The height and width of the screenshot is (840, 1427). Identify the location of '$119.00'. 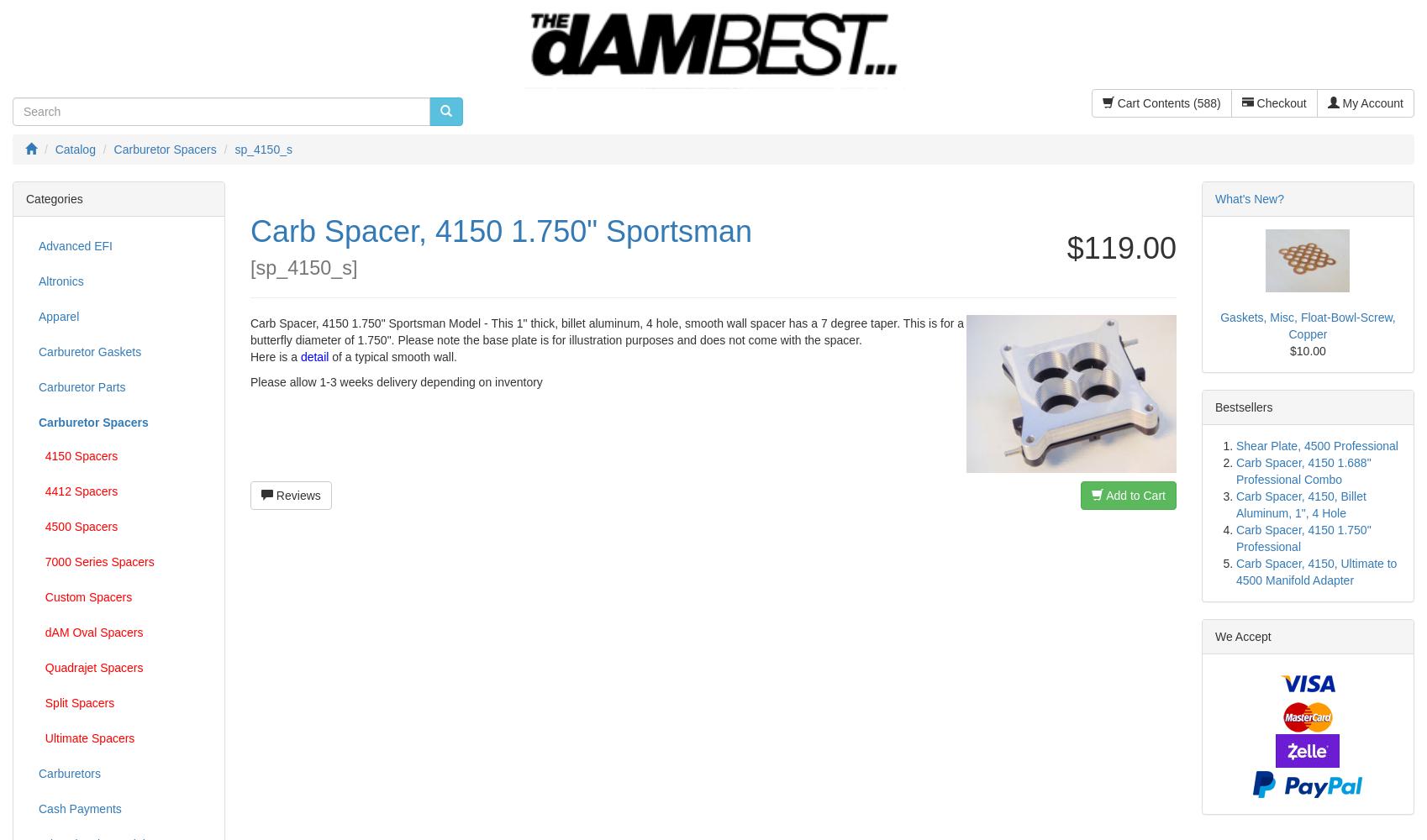
(1119, 247).